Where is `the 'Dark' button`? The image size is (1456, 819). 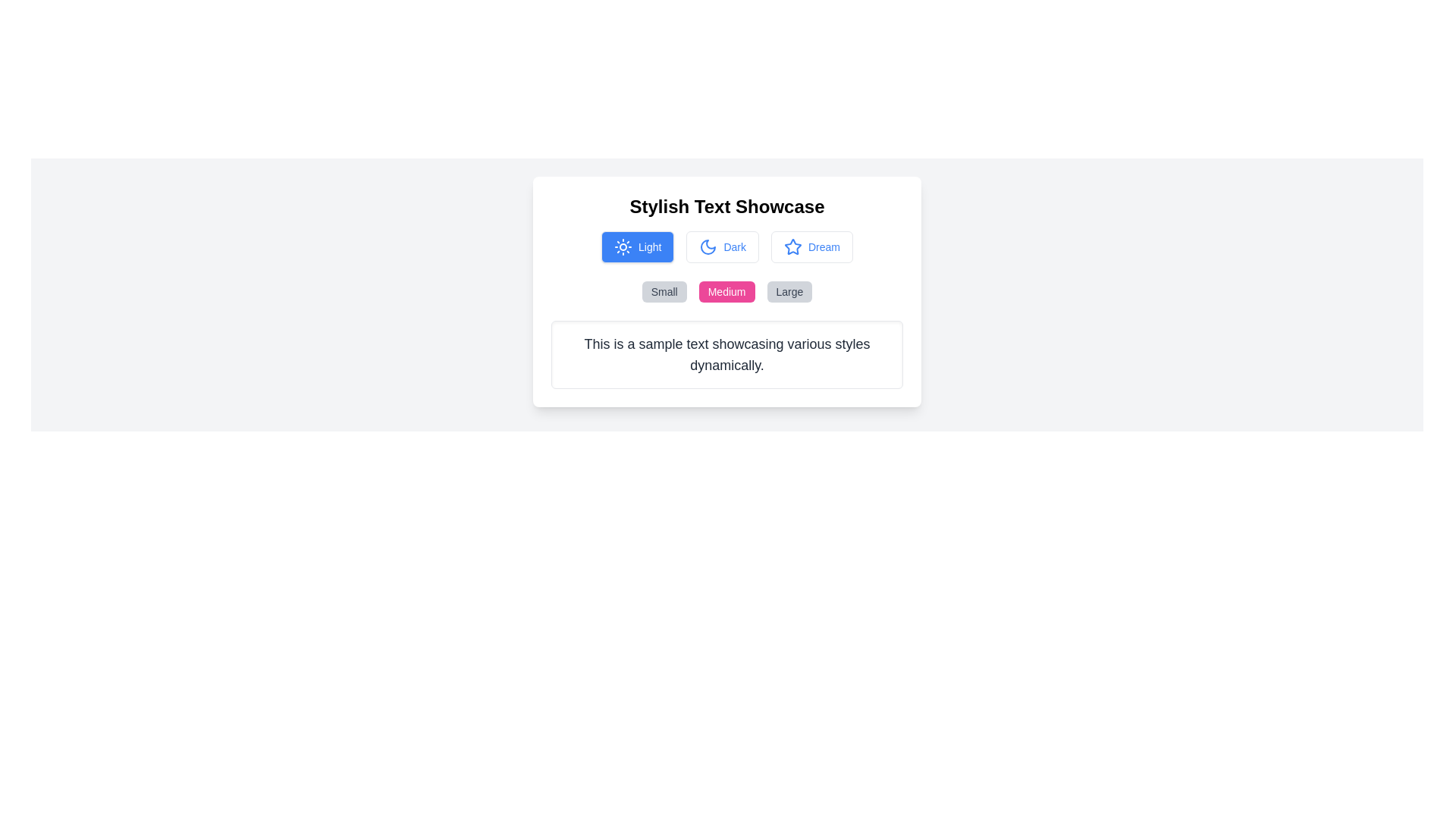 the 'Dark' button is located at coordinates (722, 246).